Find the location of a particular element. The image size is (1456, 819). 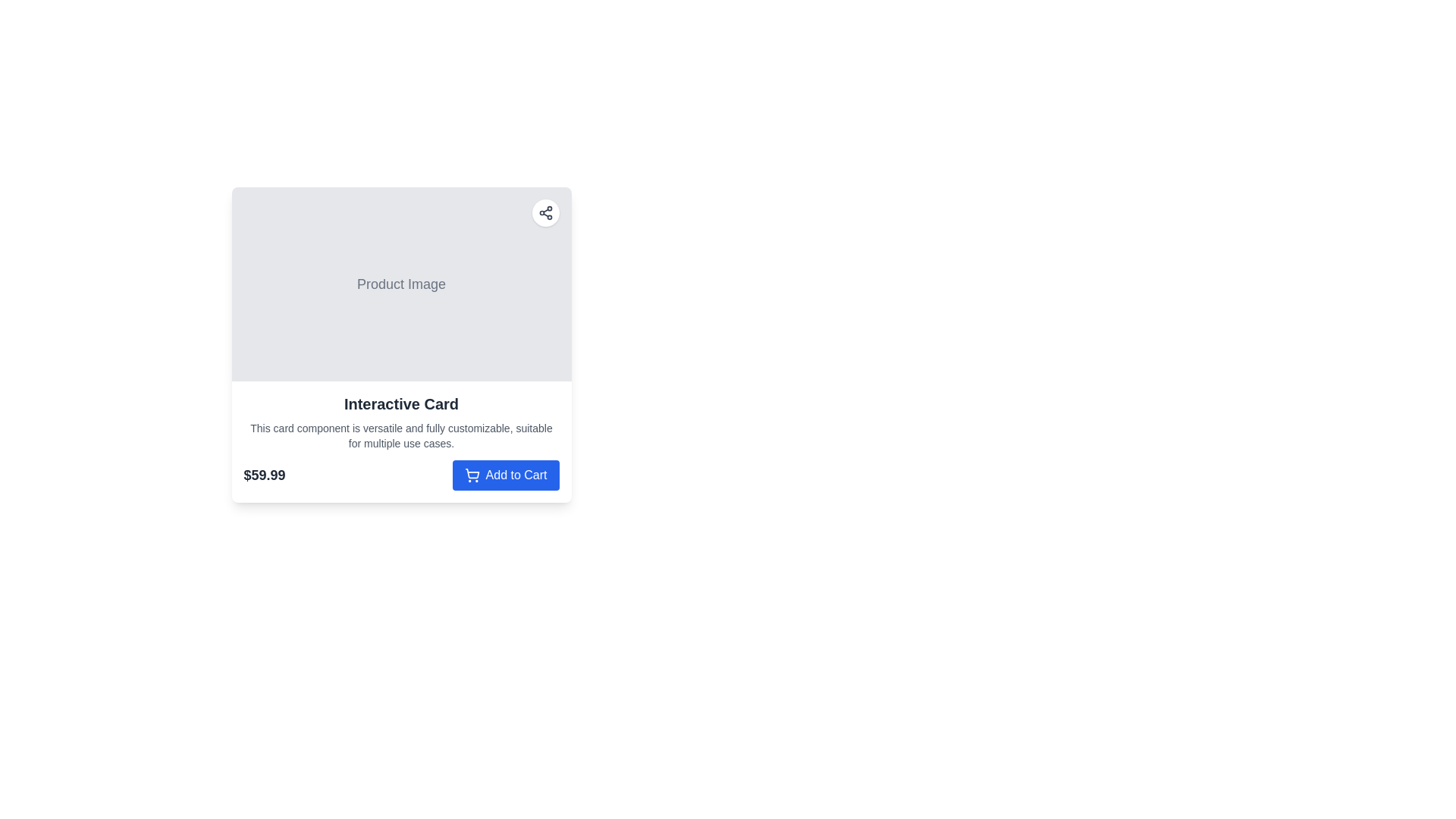

the icon represented by three circles connected by lines forming a triangle-like shape is located at coordinates (545, 213).